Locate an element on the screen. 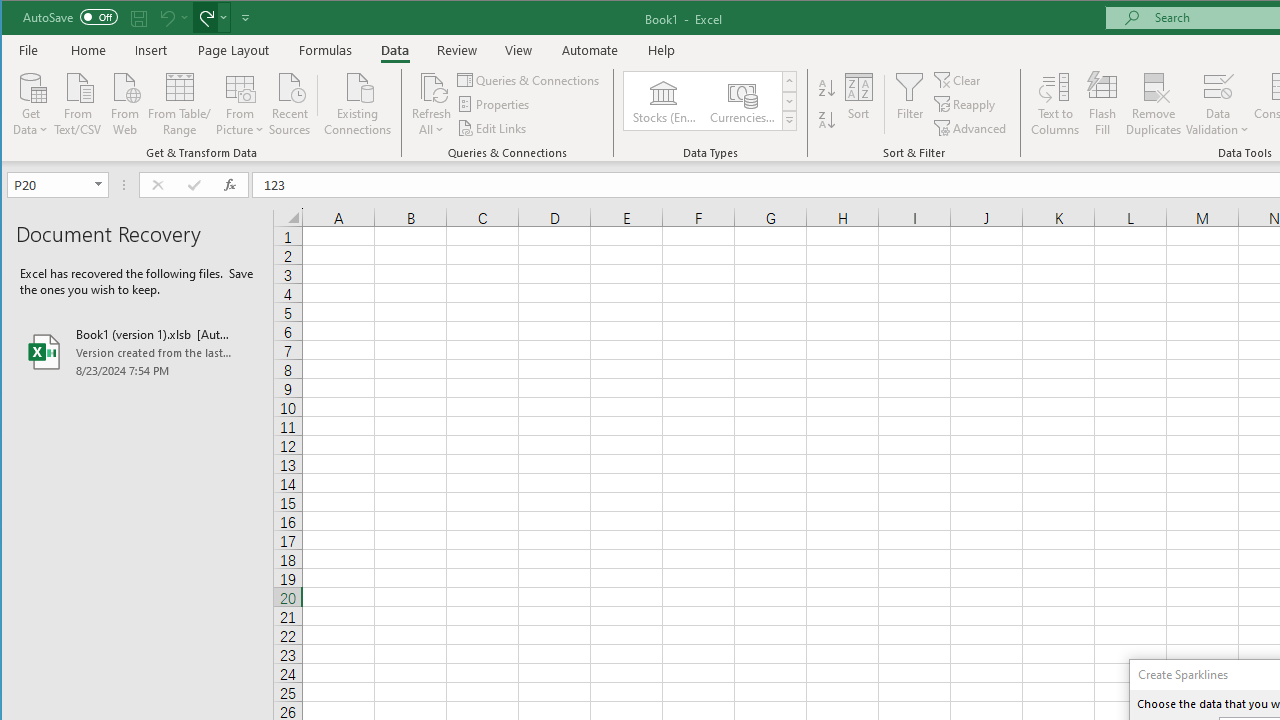 The image size is (1280, 720). 'AutomationID: ConvertToLinkedEntity' is located at coordinates (711, 101).